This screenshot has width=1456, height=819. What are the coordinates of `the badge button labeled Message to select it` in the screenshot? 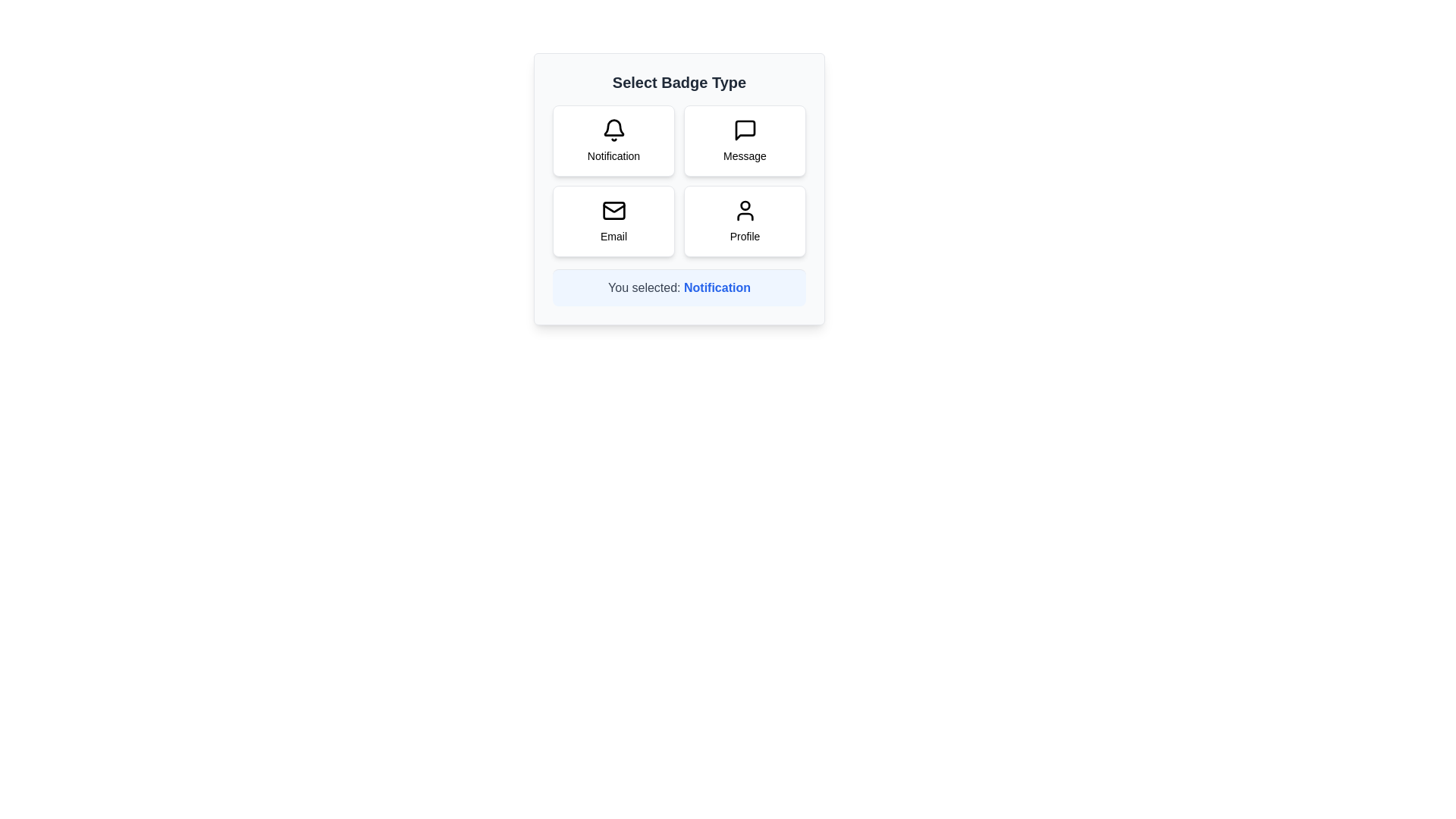 It's located at (745, 140).